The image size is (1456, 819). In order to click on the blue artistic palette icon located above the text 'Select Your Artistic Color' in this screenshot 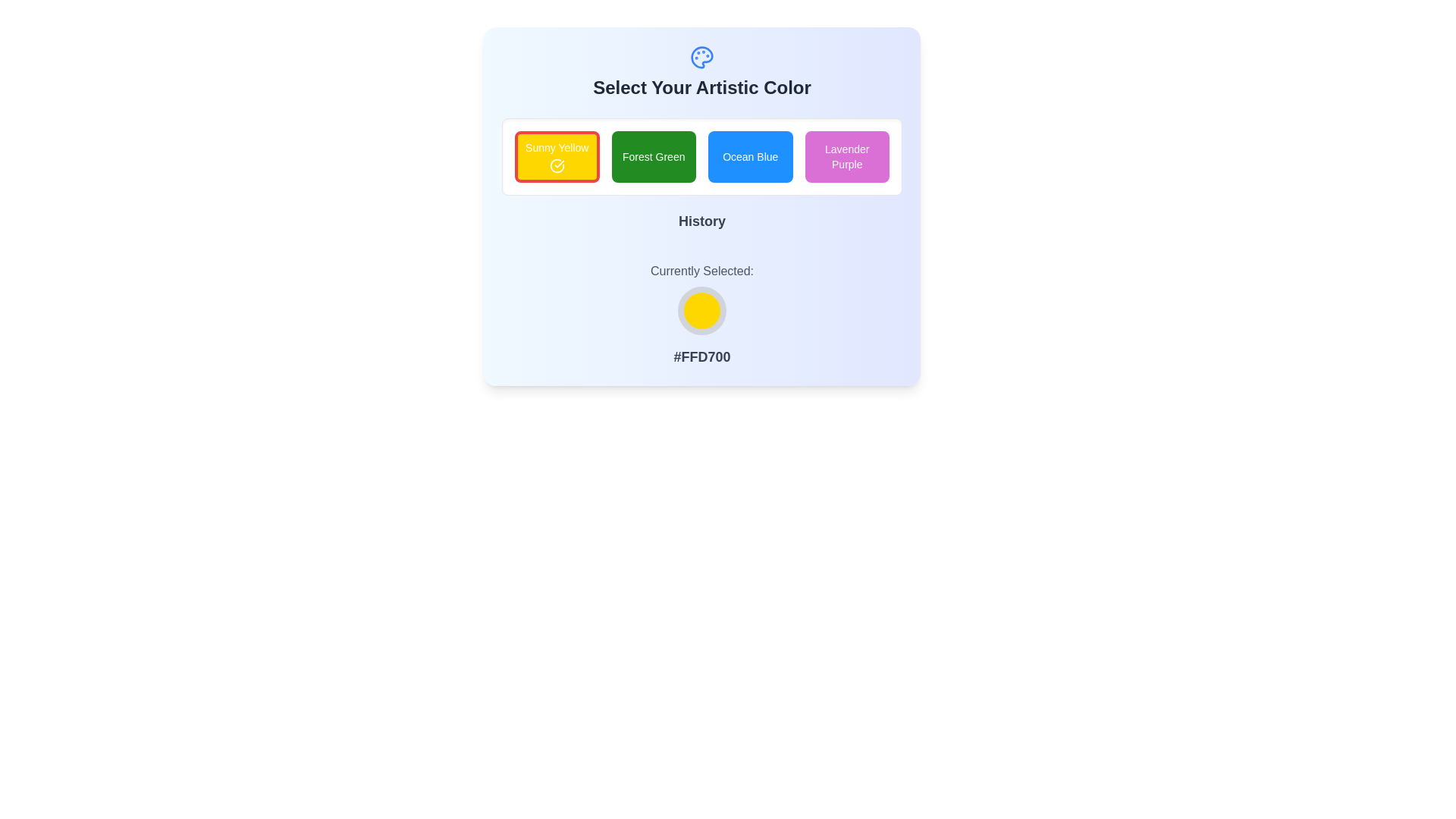, I will do `click(701, 57)`.